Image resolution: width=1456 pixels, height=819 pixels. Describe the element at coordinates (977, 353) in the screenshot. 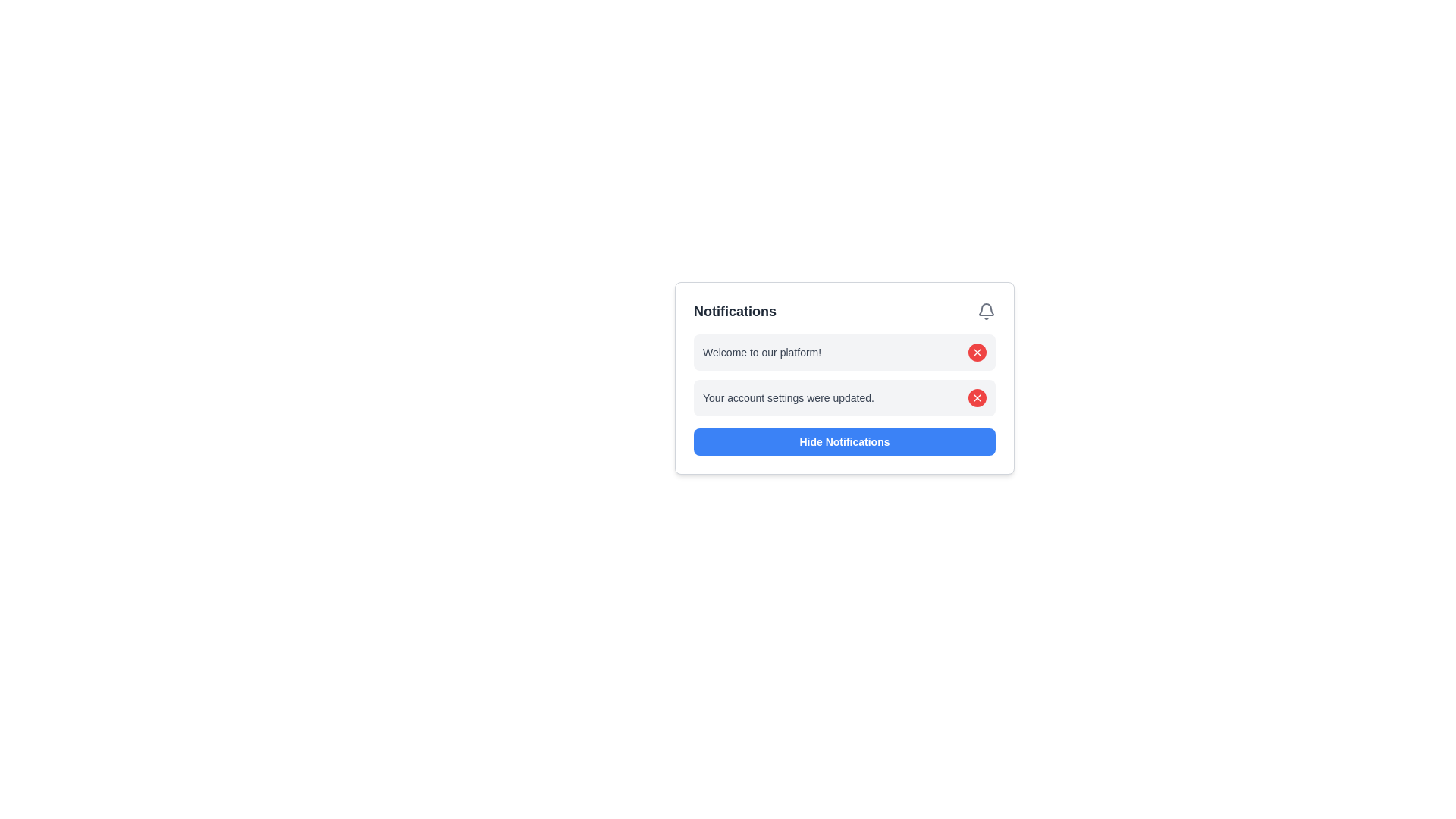

I see `the 'X' icon inside the red circular button` at that location.